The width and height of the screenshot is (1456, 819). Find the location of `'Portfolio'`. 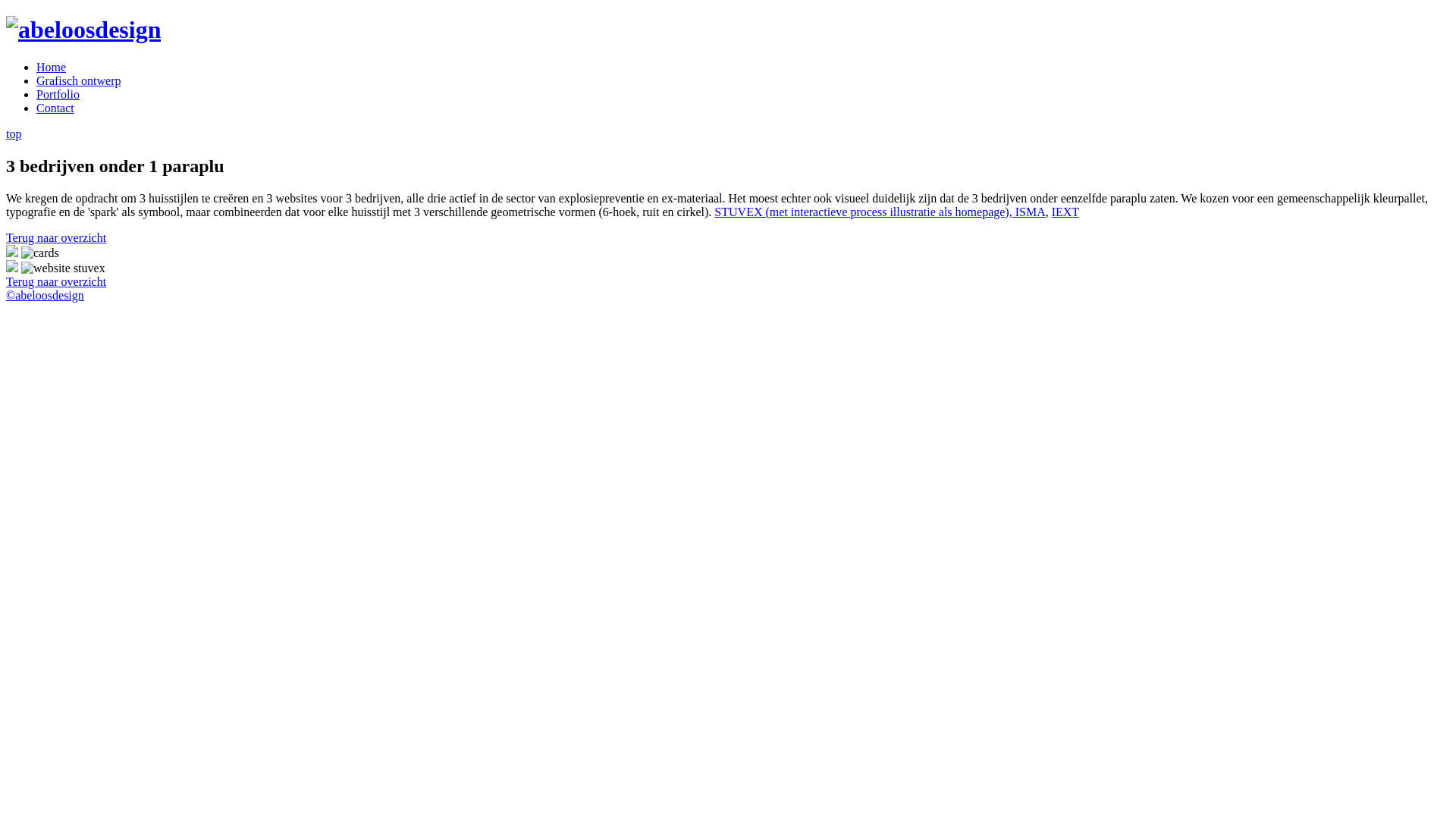

'Portfolio' is located at coordinates (58, 94).